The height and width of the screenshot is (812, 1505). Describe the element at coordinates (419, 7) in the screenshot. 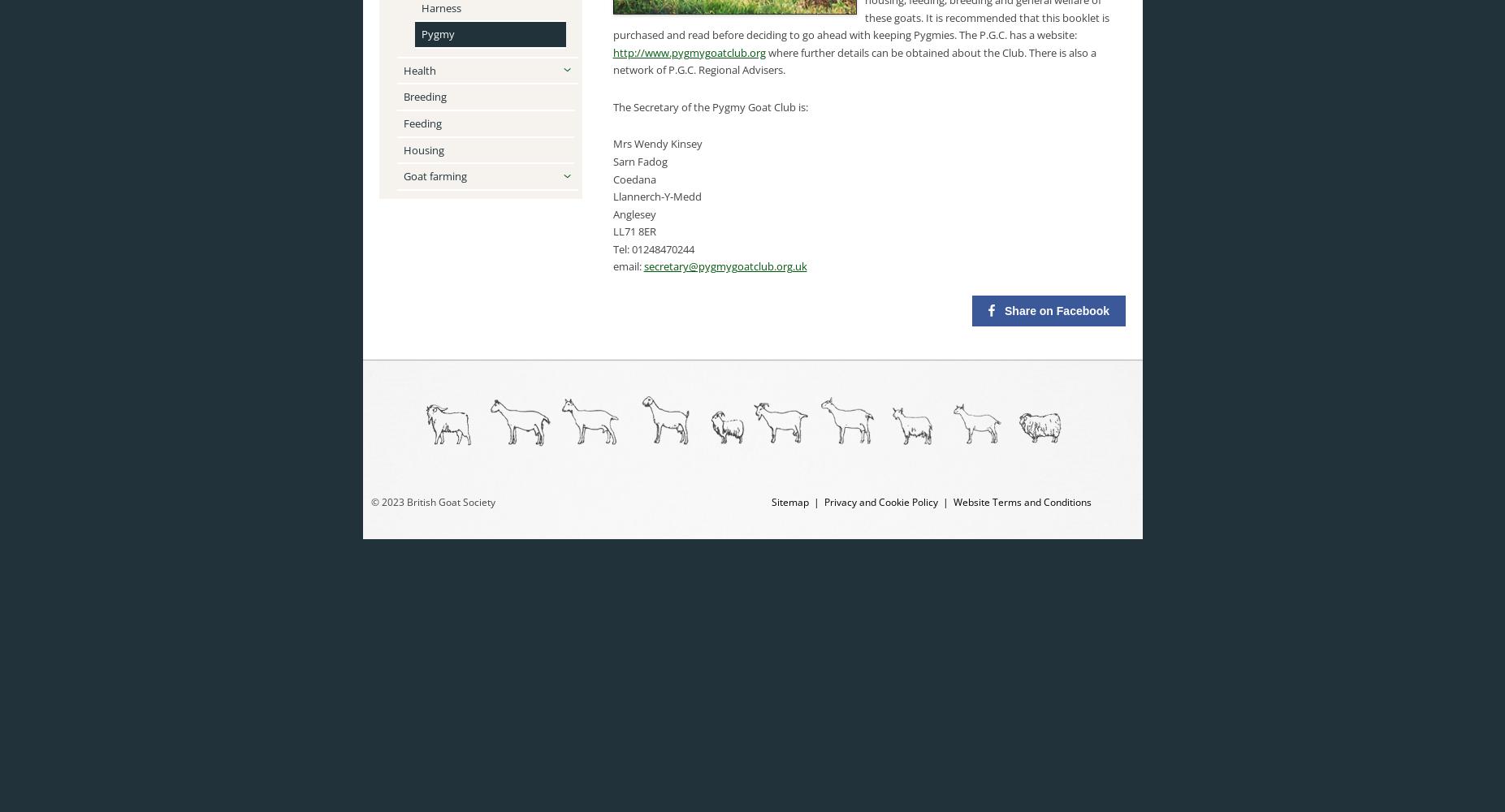

I see `'Harness'` at that location.